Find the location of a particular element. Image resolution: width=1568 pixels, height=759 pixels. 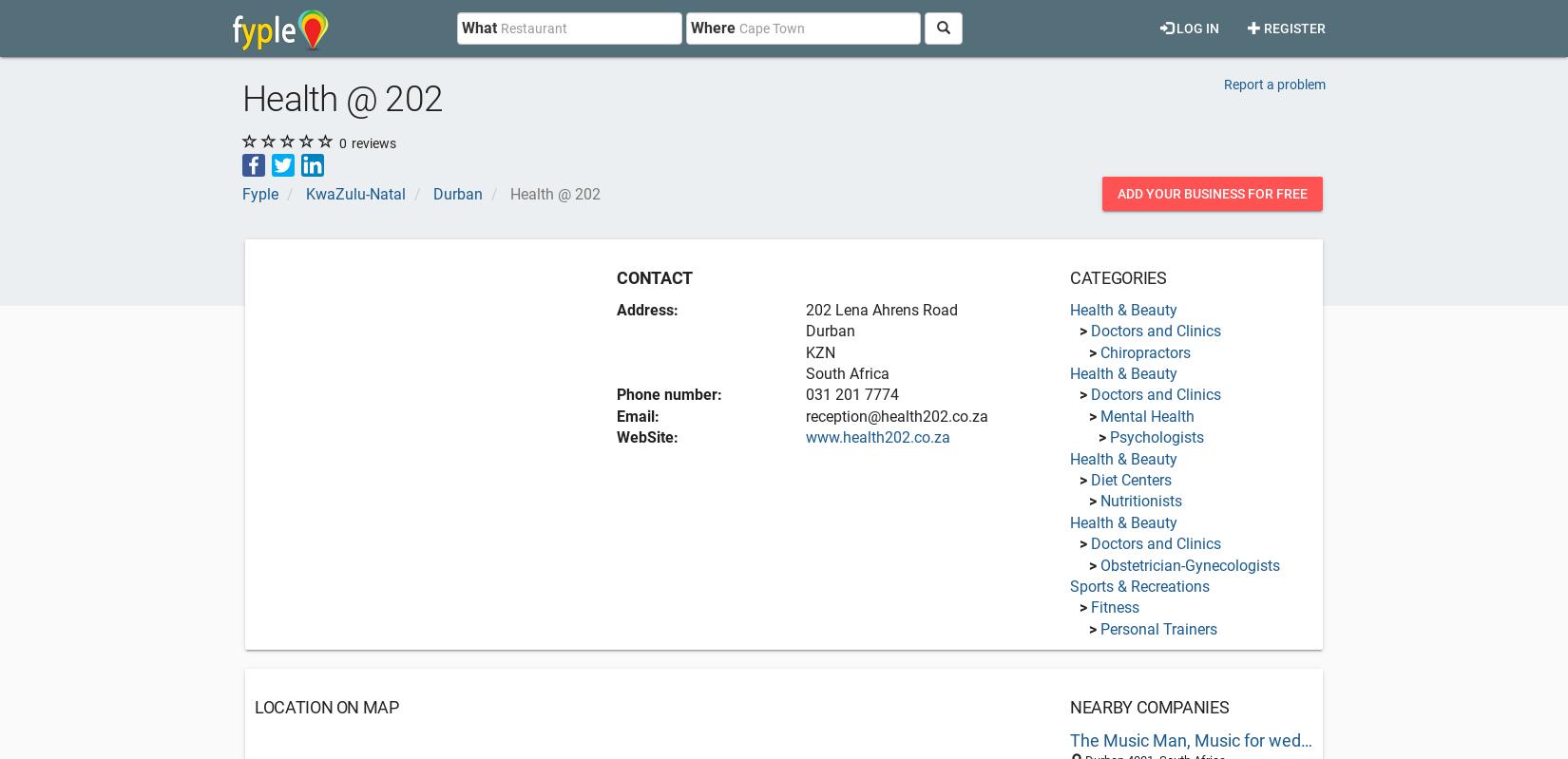

'Nutritionists' is located at coordinates (1140, 500).